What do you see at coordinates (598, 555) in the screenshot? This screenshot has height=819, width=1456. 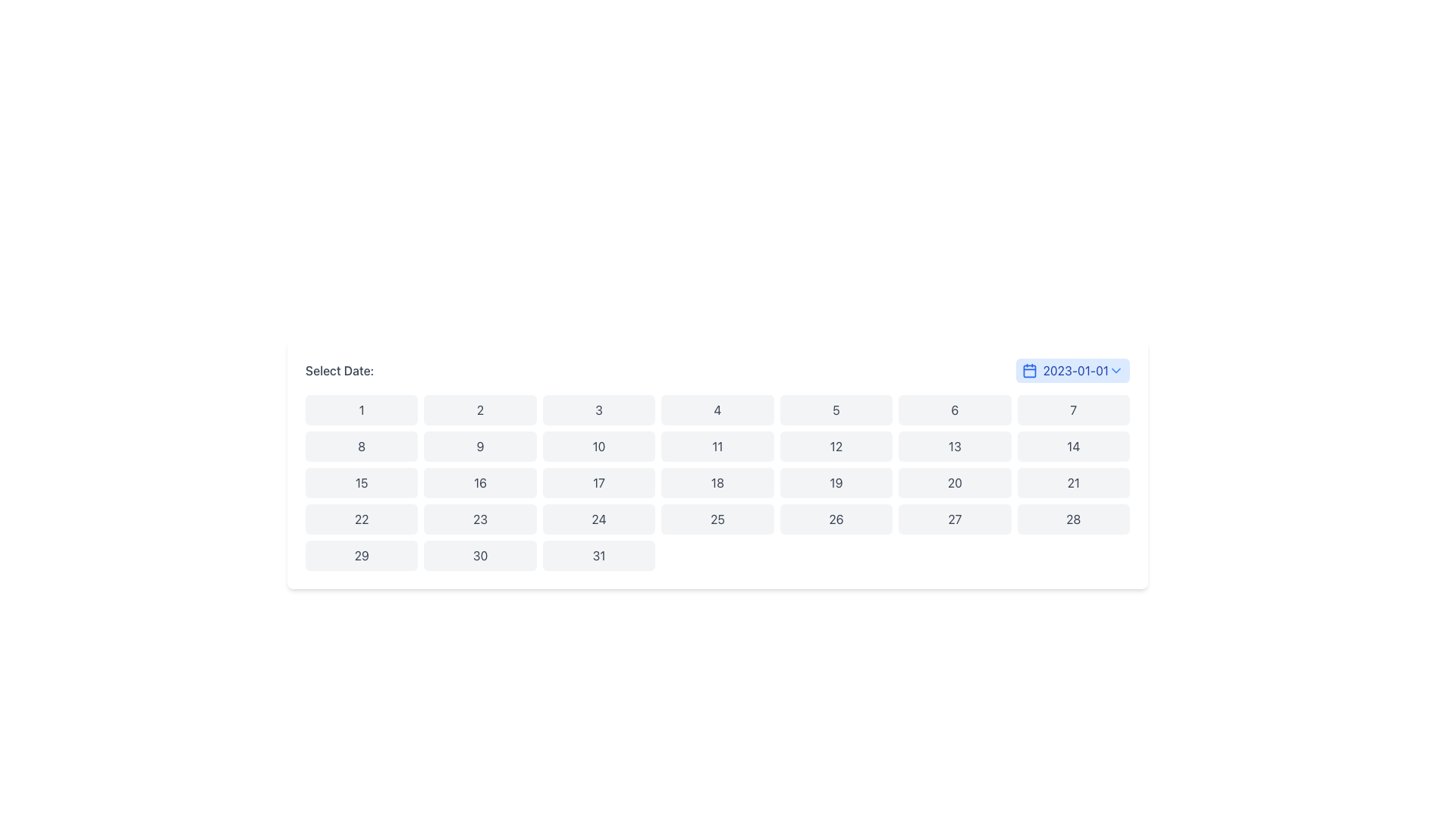 I see `the square button with a light gray background and the number '31' centered in dark gray text, located in the bottom-right corner of the grid layout` at bounding box center [598, 555].